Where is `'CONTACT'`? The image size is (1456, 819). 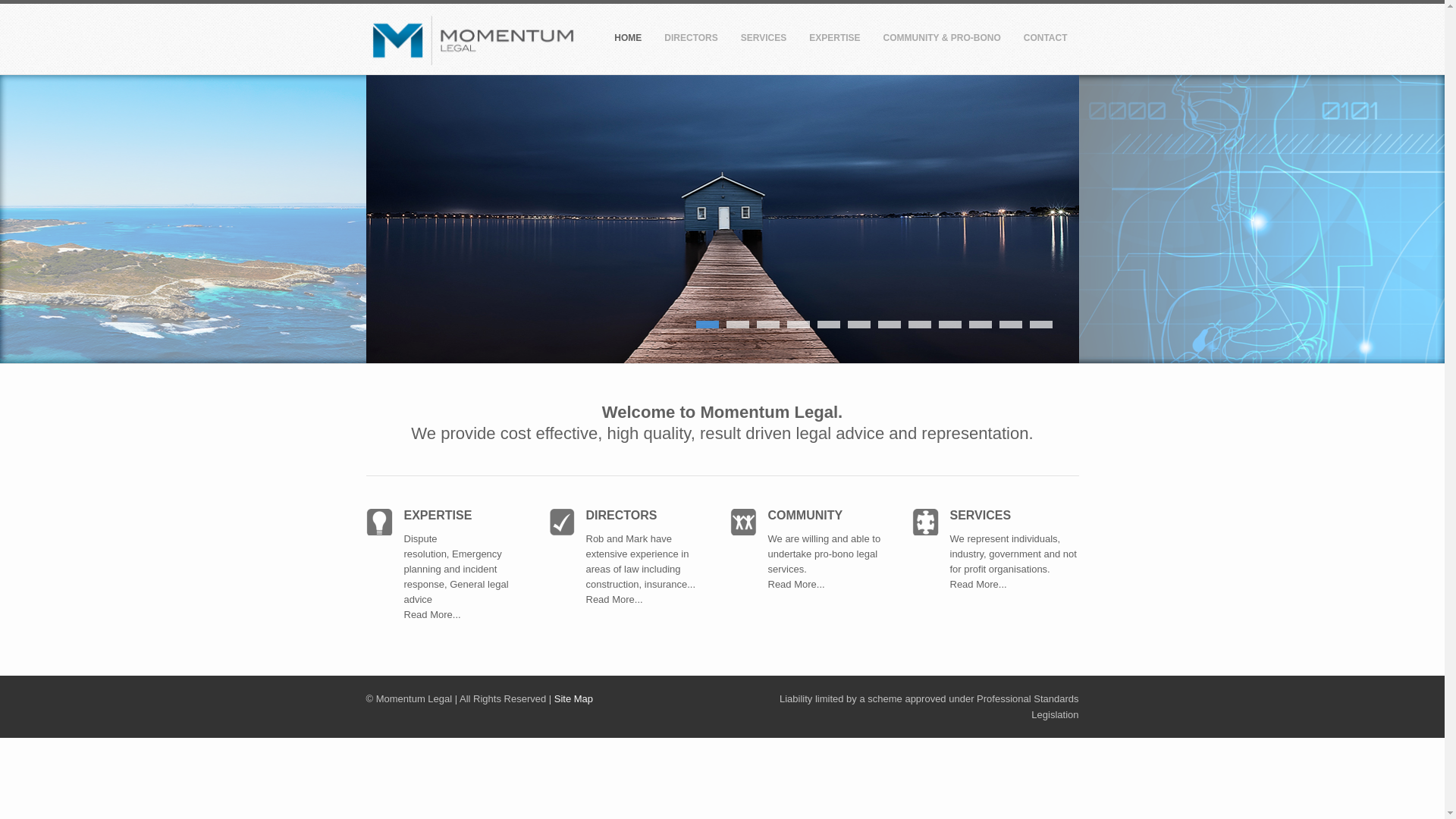 'CONTACT' is located at coordinates (1044, 40).